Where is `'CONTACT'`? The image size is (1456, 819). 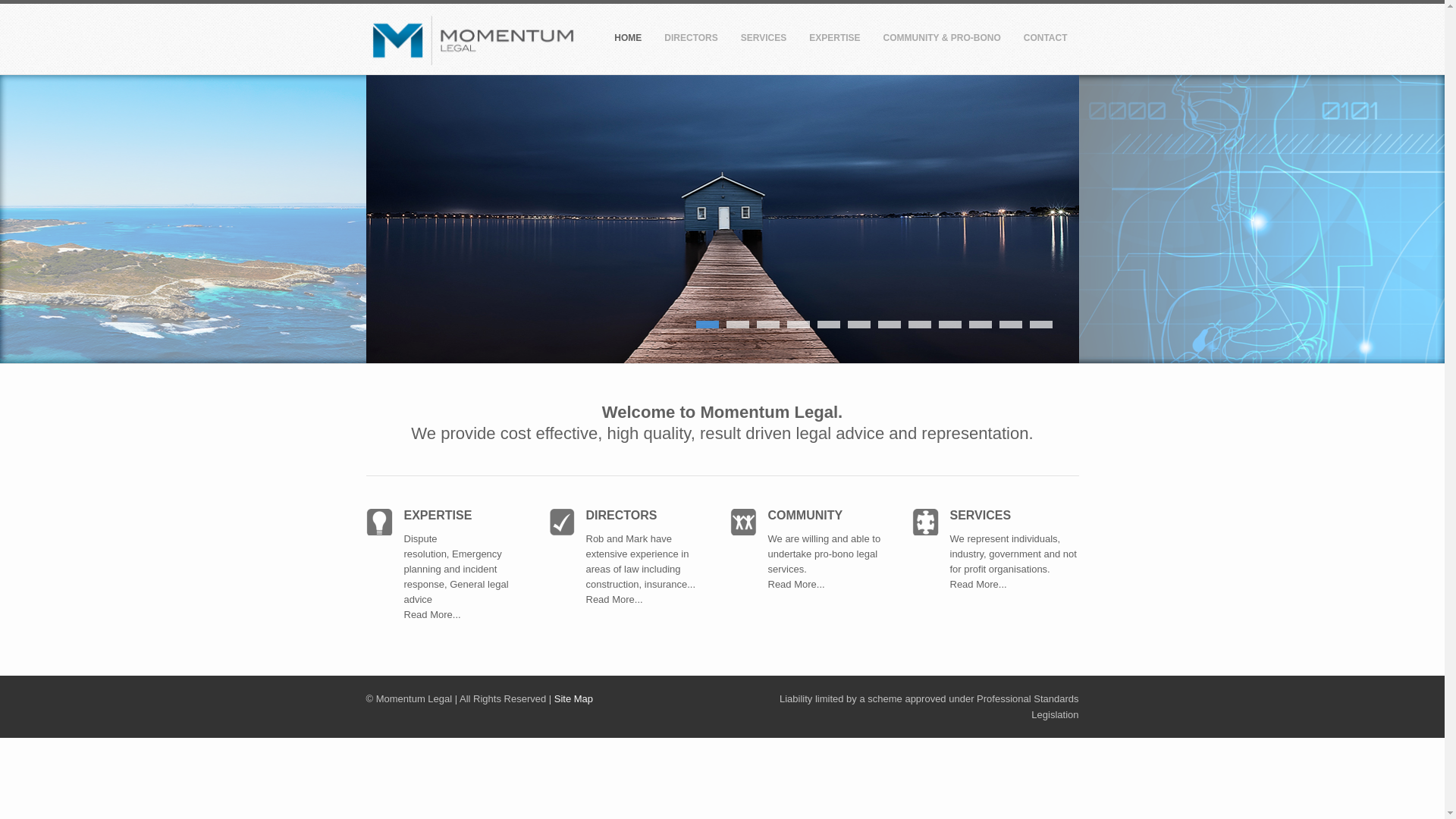 'CONTACT' is located at coordinates (1044, 40).